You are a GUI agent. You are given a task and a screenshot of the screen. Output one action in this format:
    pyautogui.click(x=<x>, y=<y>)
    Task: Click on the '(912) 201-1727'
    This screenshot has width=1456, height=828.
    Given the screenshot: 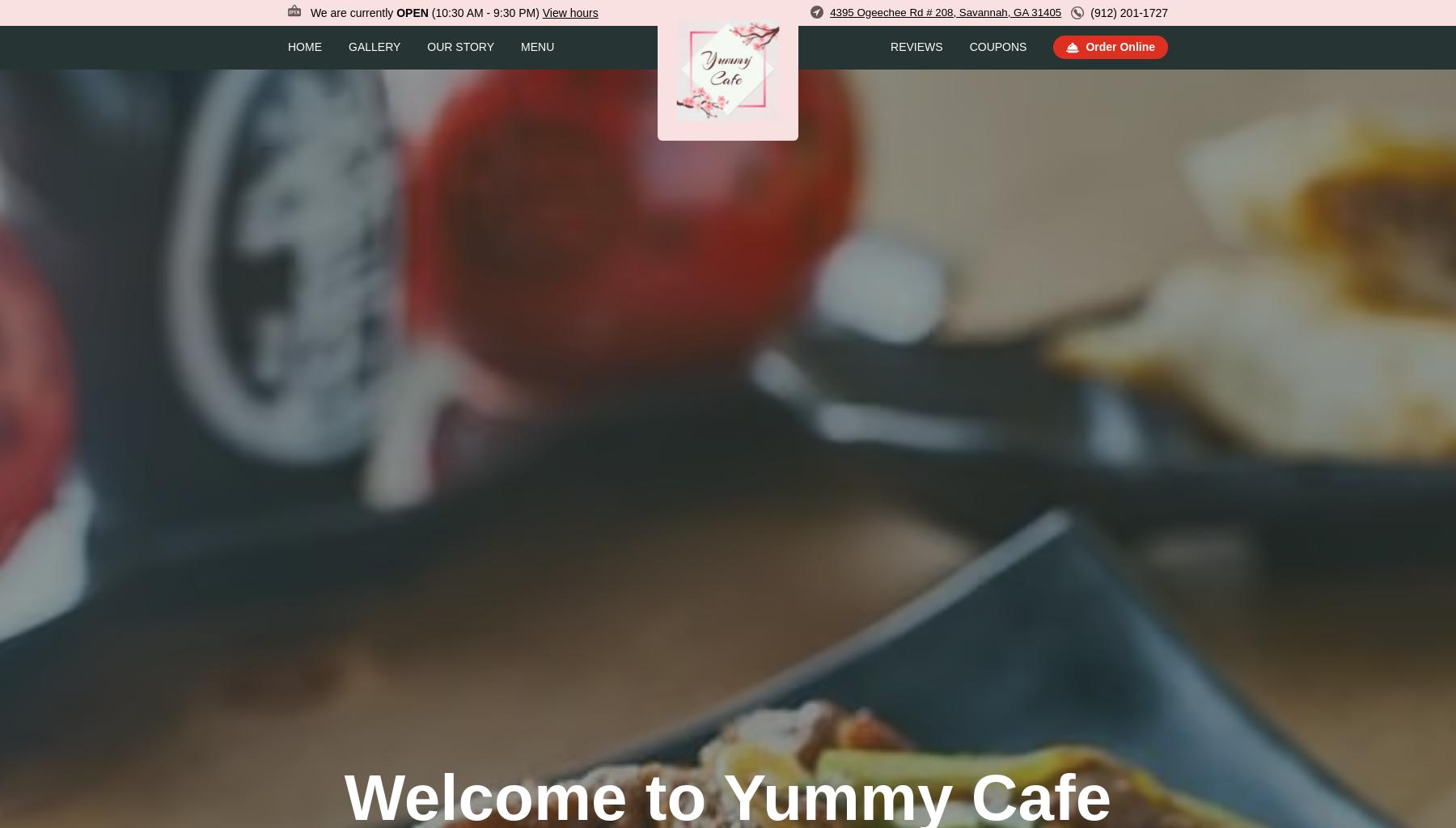 What is the action you would take?
    pyautogui.click(x=1128, y=11)
    